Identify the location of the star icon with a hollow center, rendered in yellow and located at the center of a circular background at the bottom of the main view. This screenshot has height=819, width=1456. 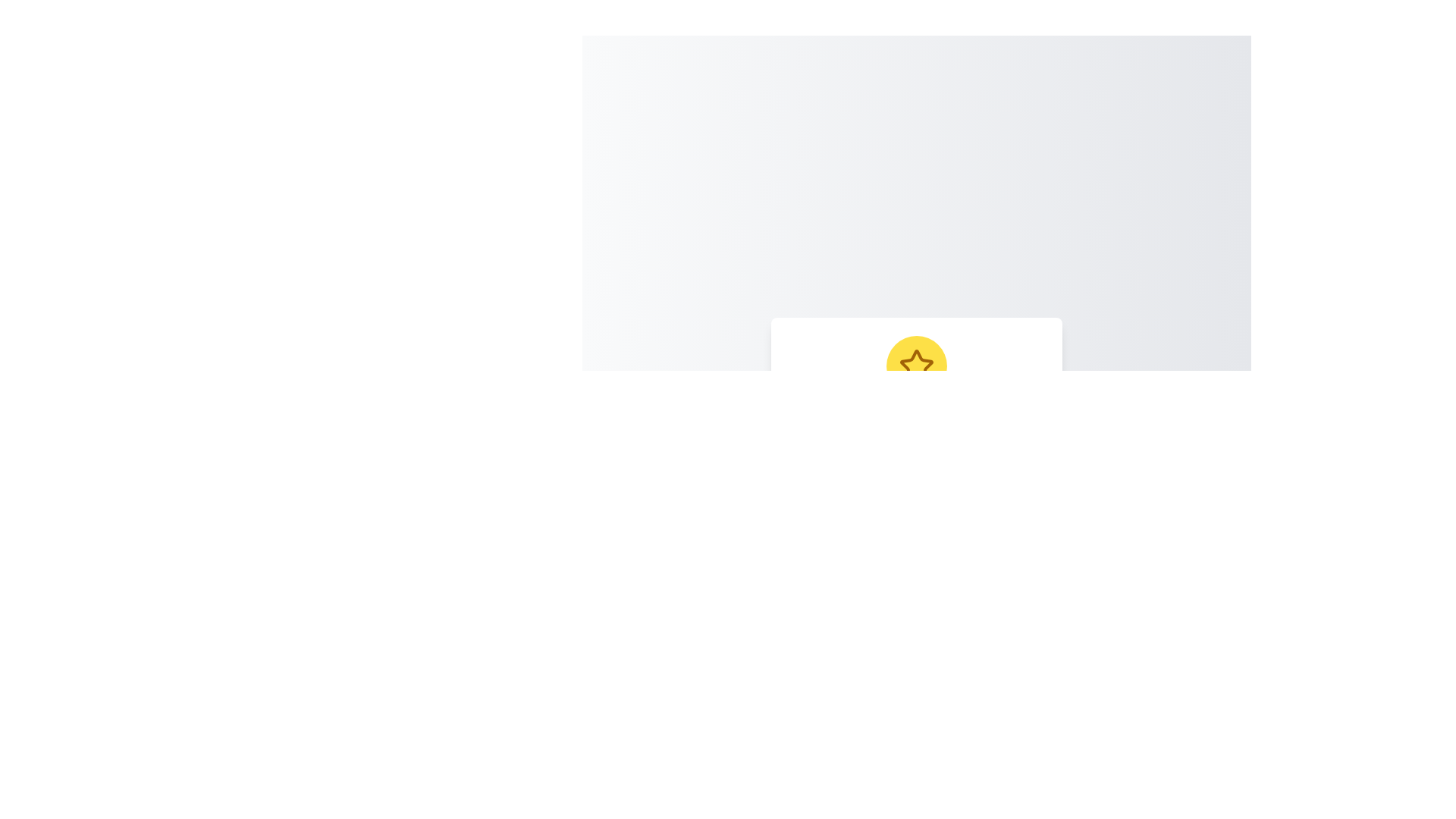
(916, 366).